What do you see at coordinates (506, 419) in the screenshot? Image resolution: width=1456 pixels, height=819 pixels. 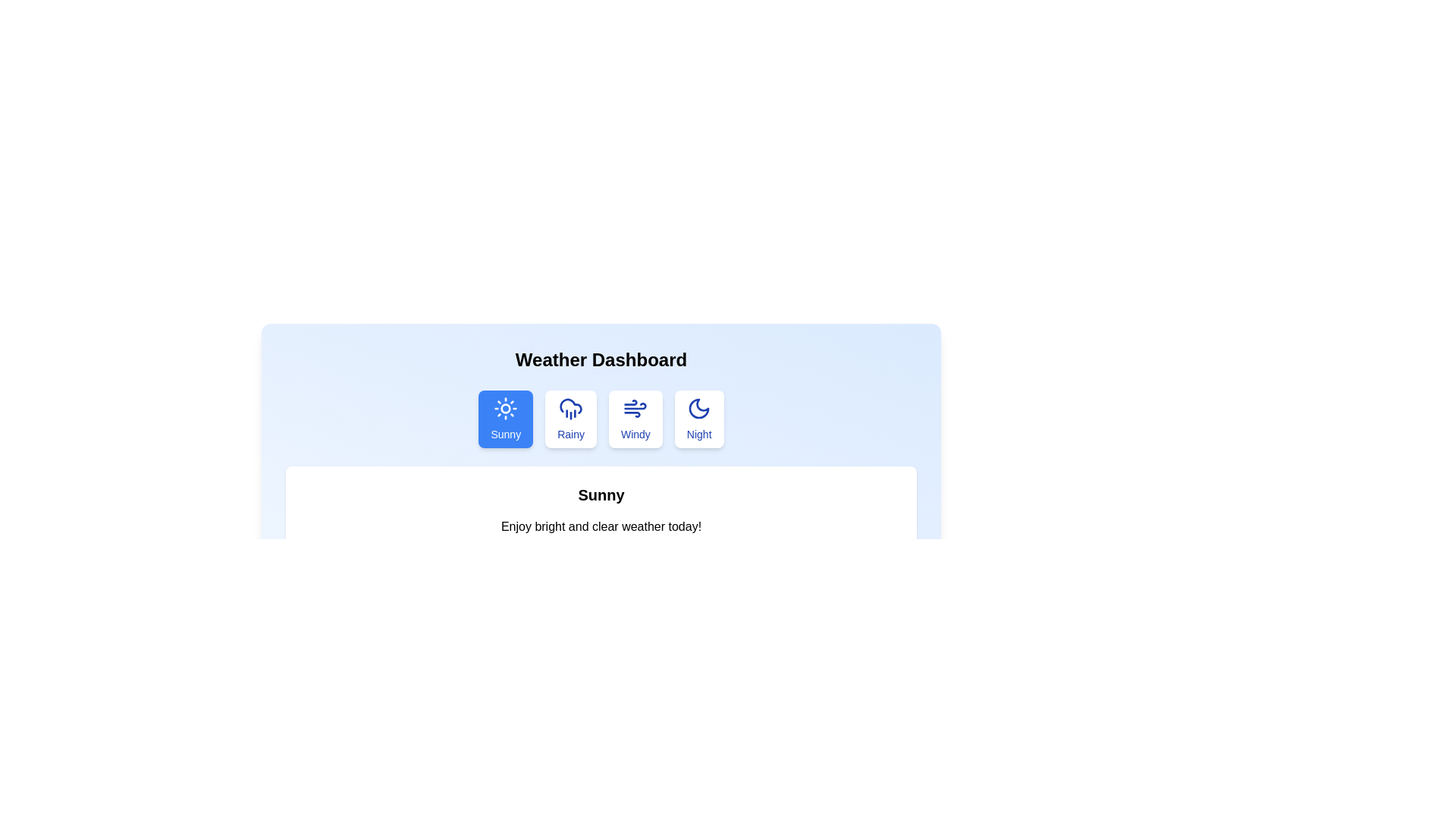 I see `the Sunny tab to view its content` at bounding box center [506, 419].